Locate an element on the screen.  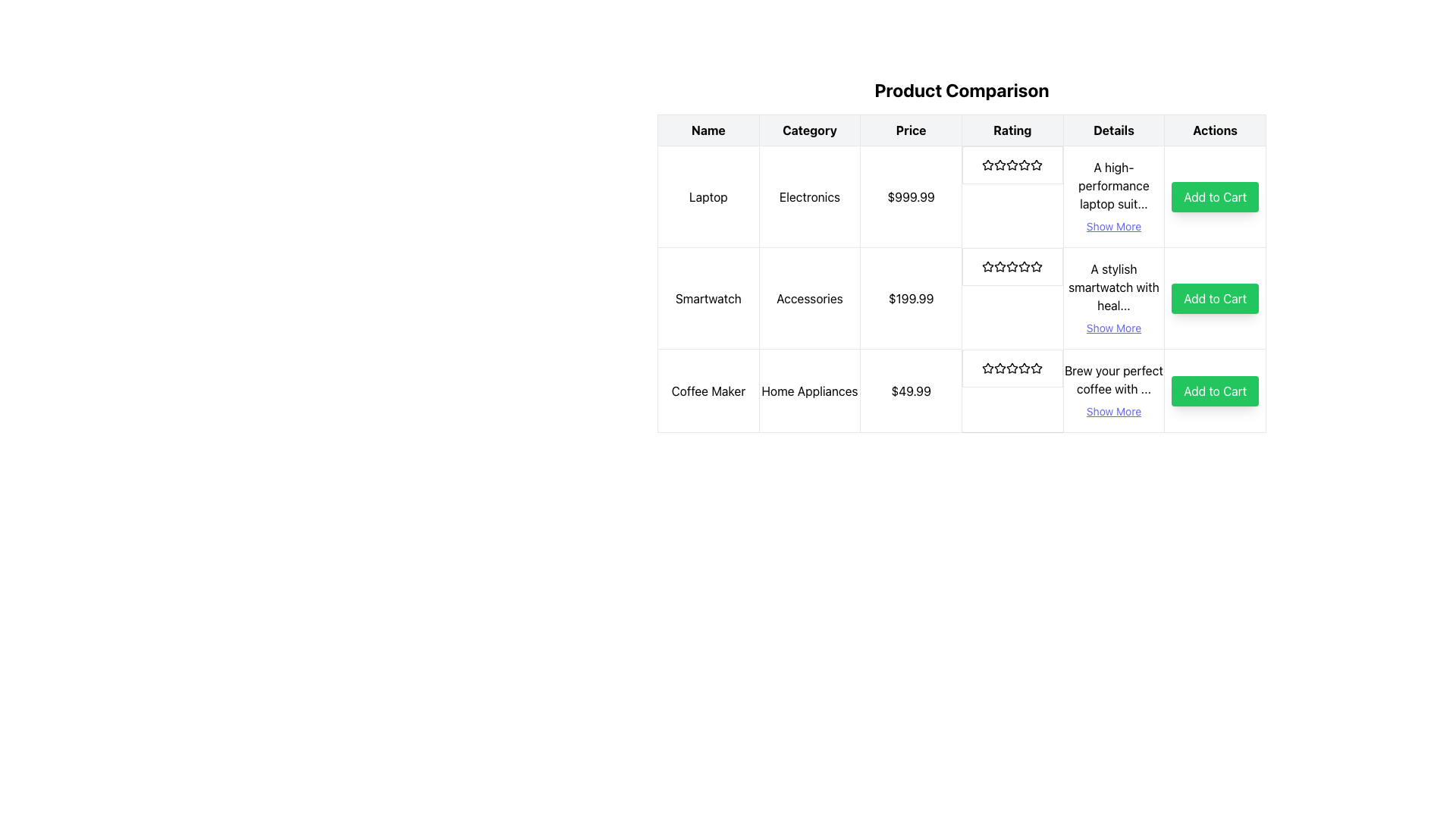
the green rectangular button labeled 'Add to Cart' in the last row of the product comparison table is located at coordinates (1215, 390).